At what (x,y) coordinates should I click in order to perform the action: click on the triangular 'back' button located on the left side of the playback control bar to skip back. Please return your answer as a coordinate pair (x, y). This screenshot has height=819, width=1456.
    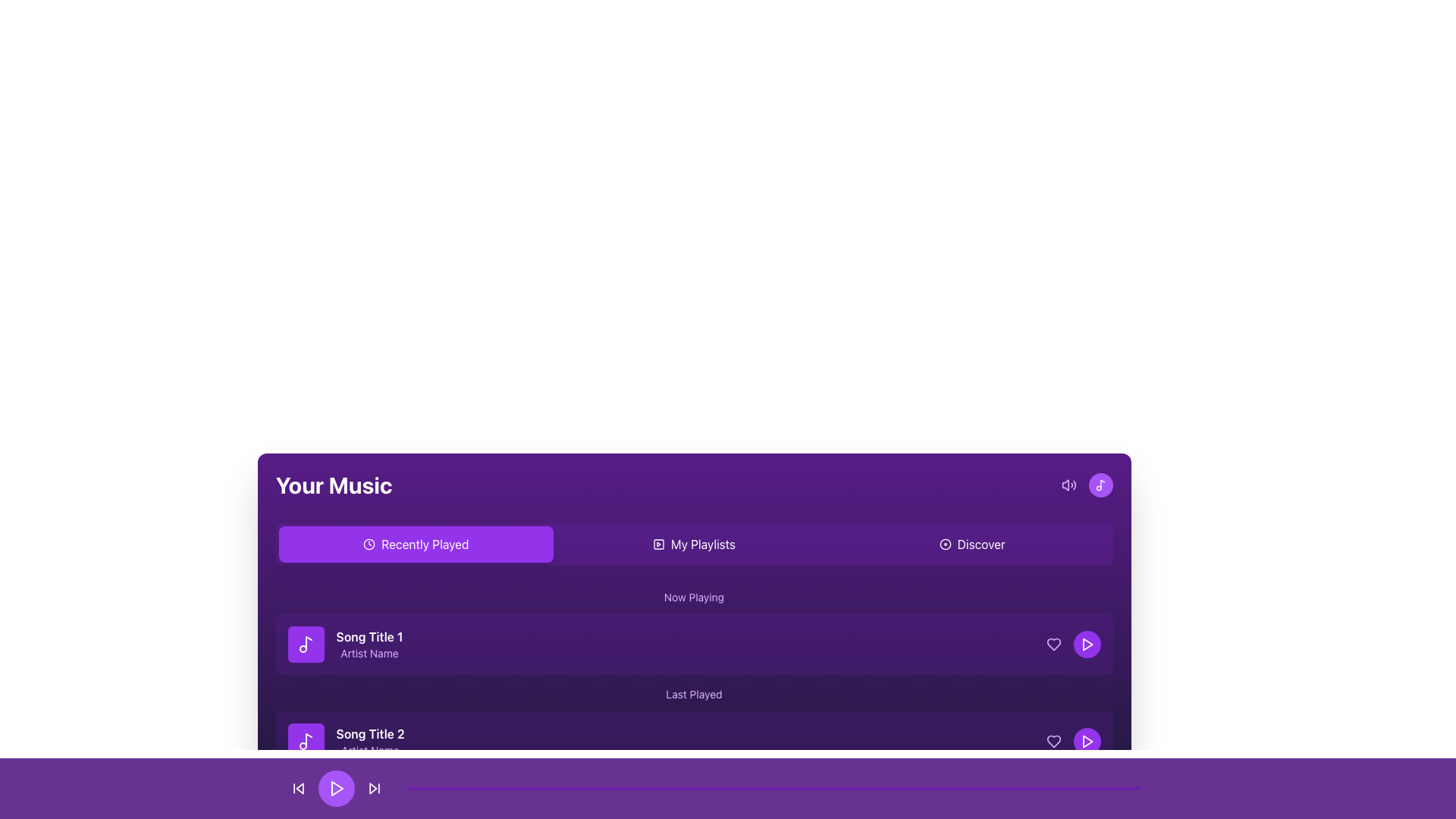
    Looking at the image, I should click on (300, 788).